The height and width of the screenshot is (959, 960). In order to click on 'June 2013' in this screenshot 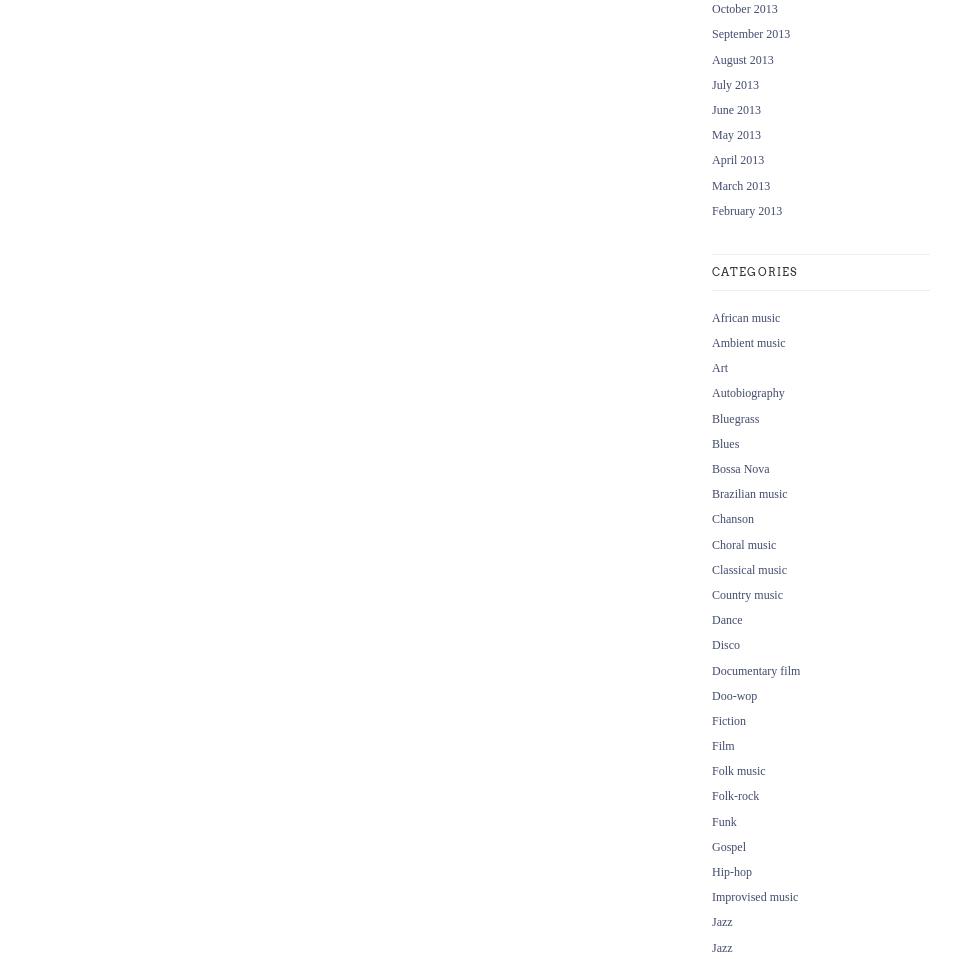, I will do `click(712, 109)`.